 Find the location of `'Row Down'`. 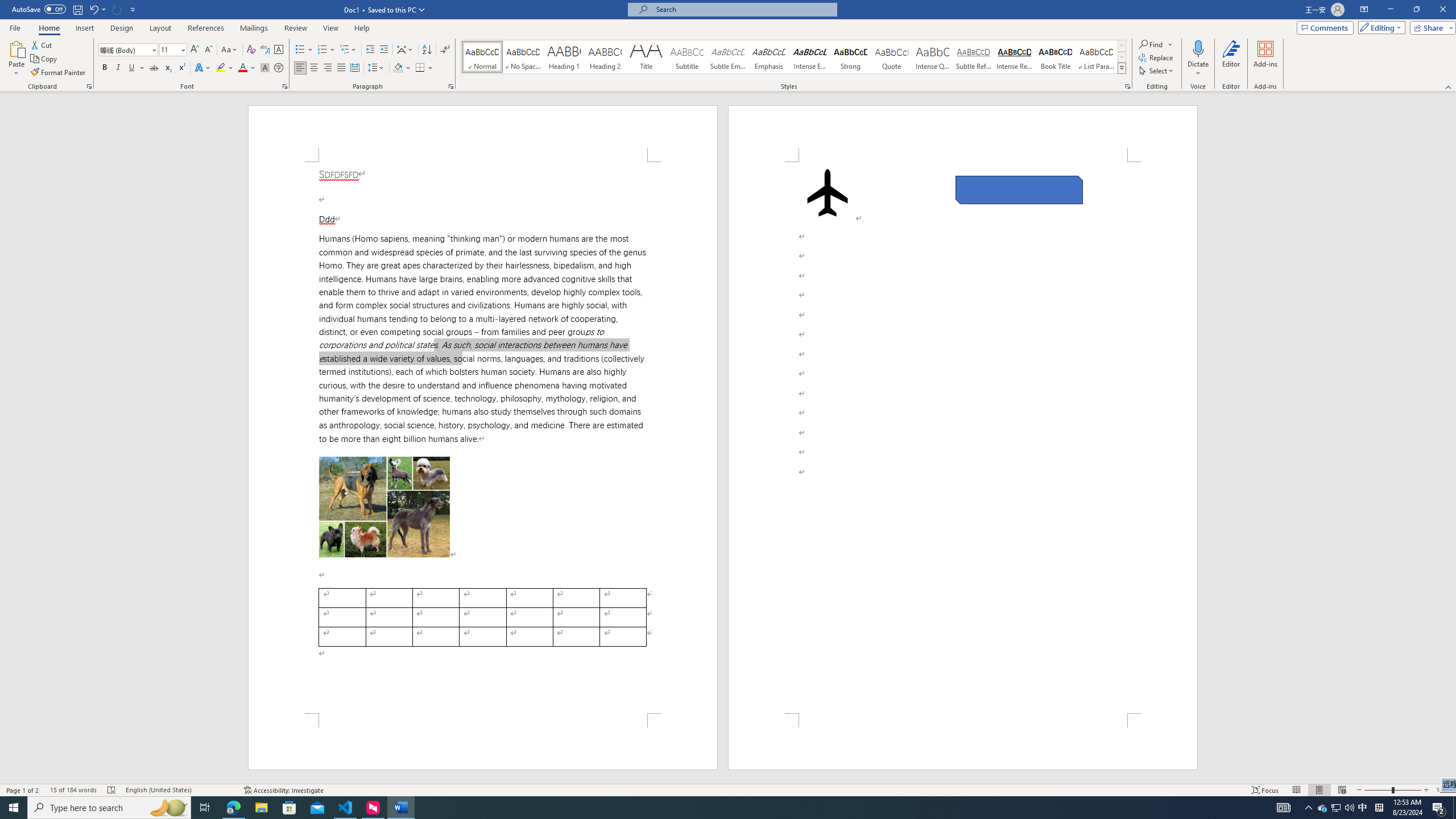

'Row Down' is located at coordinates (1122, 56).